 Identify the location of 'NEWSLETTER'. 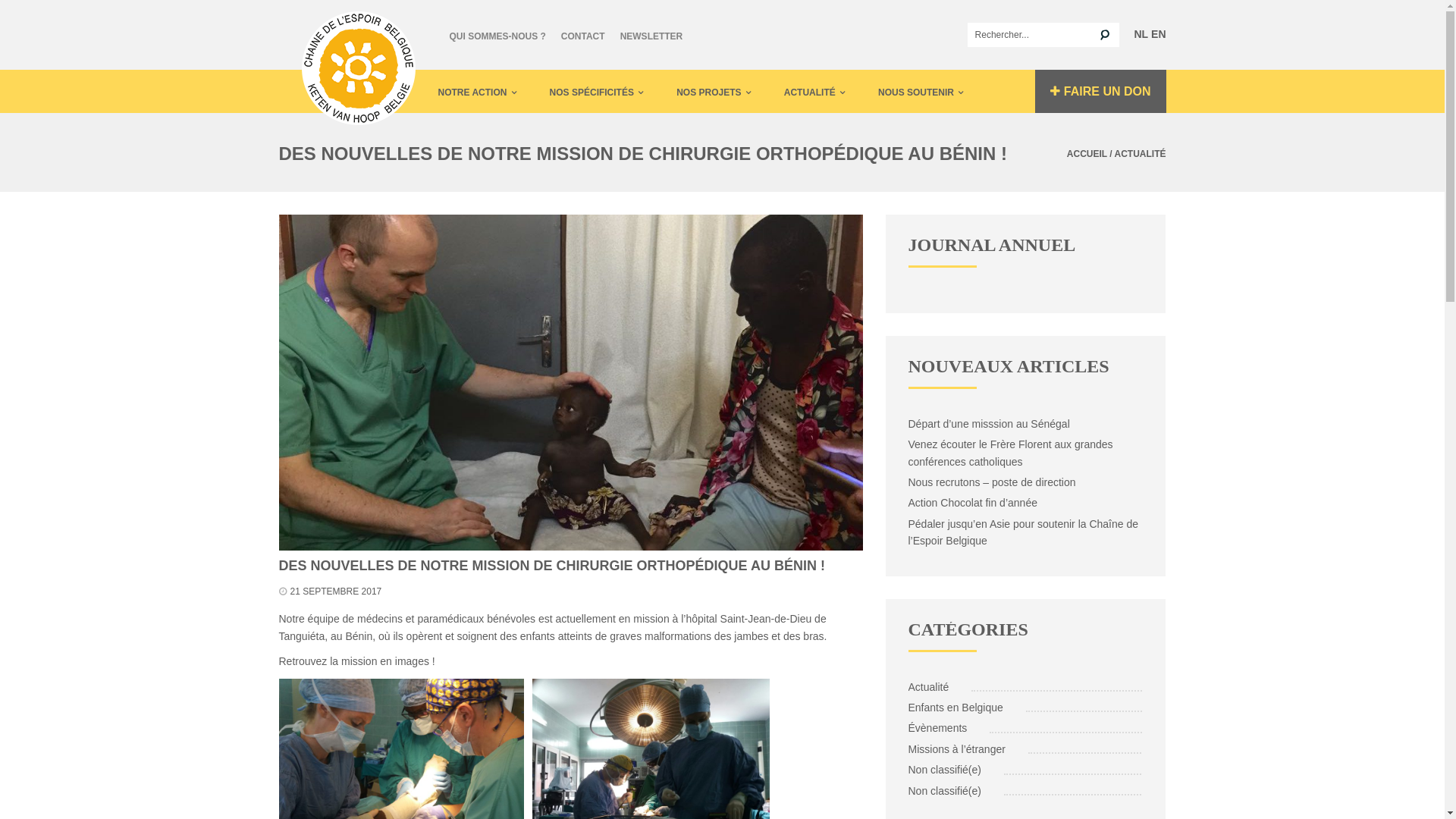
(651, 34).